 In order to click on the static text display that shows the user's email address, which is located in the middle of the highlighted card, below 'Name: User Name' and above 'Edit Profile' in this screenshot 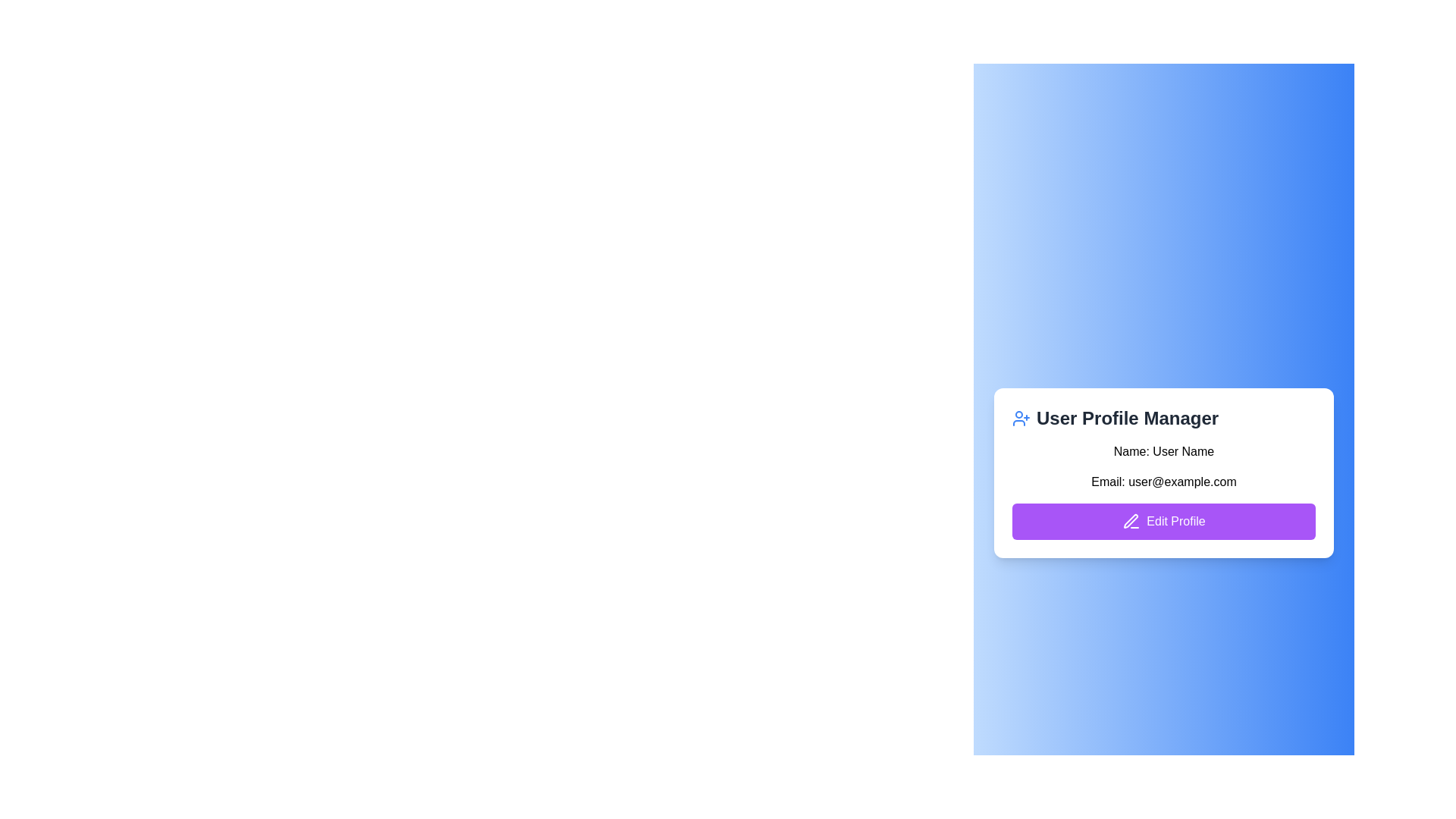, I will do `click(1163, 482)`.